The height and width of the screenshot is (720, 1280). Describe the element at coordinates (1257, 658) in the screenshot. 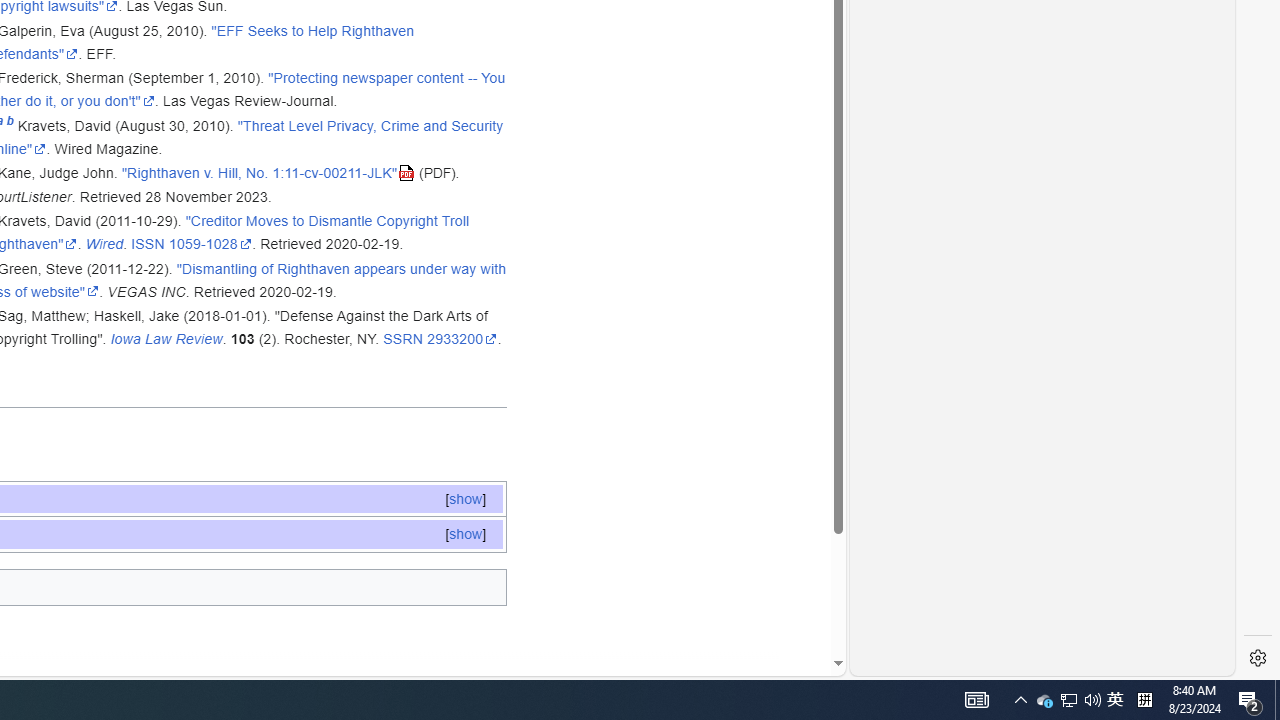

I see `'Settings'` at that location.